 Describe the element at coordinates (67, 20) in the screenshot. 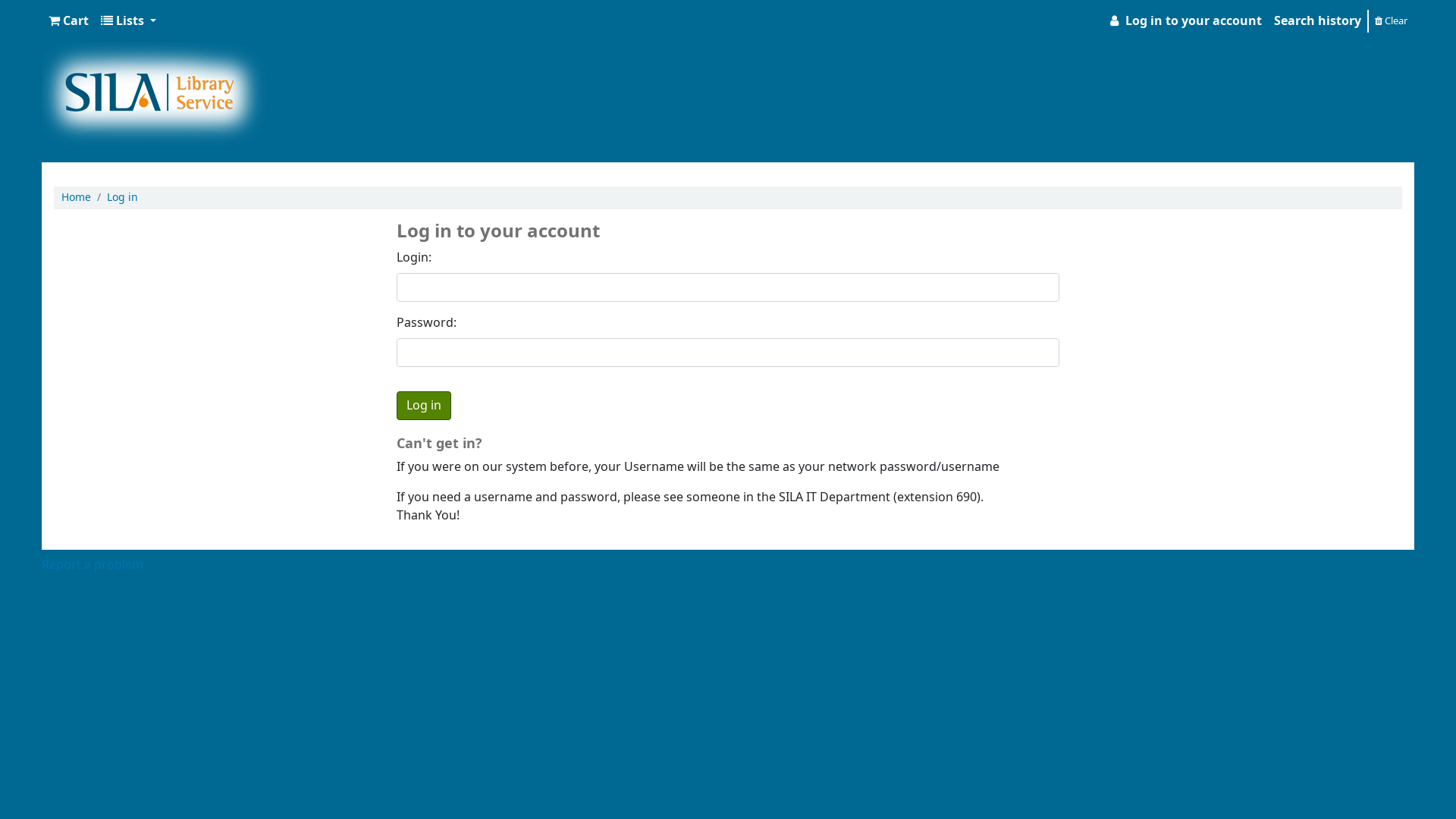

I see `'Cart'` at that location.